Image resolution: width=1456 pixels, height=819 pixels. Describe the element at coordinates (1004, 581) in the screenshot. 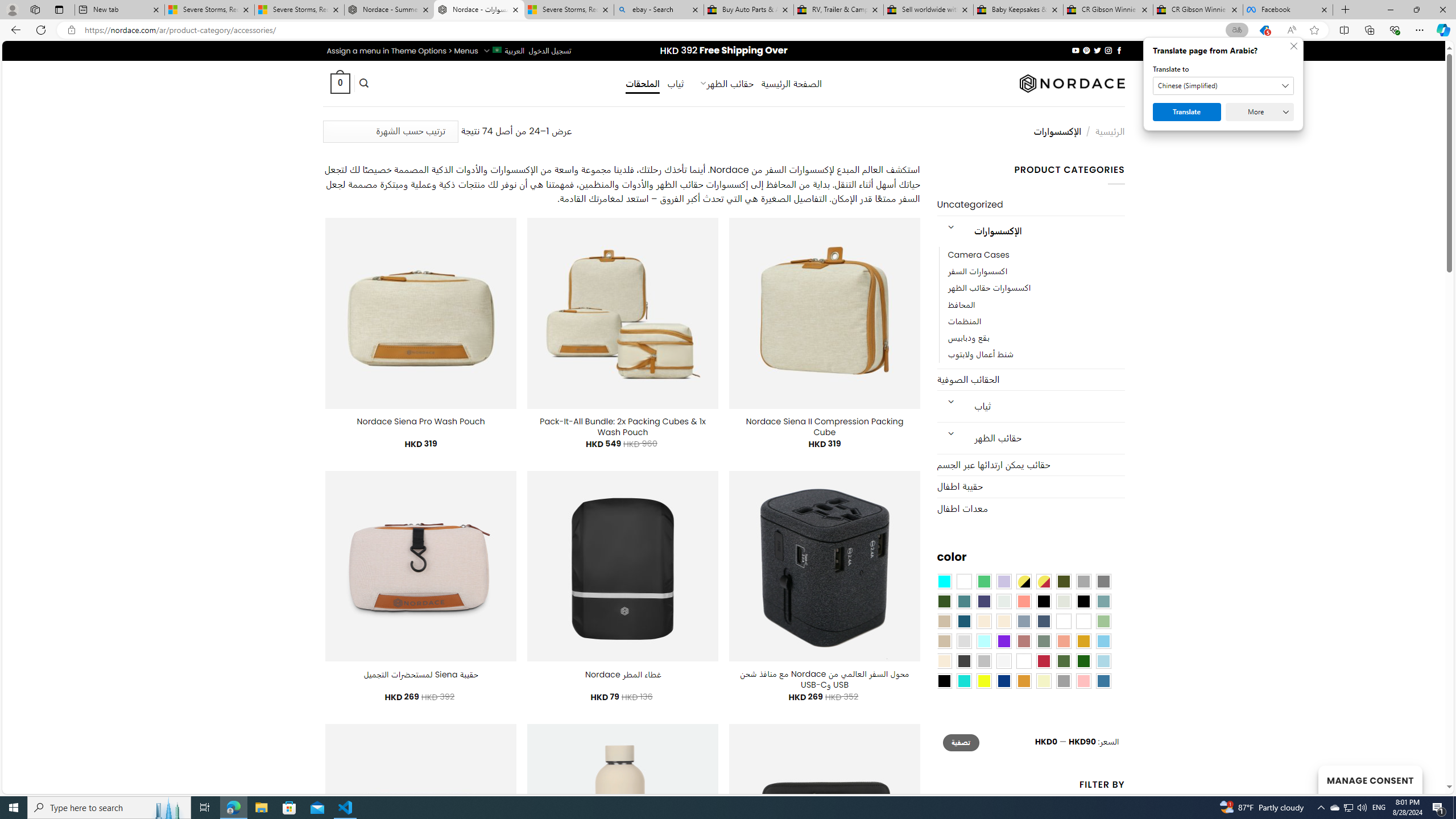

I see `'Light Purple'` at that location.